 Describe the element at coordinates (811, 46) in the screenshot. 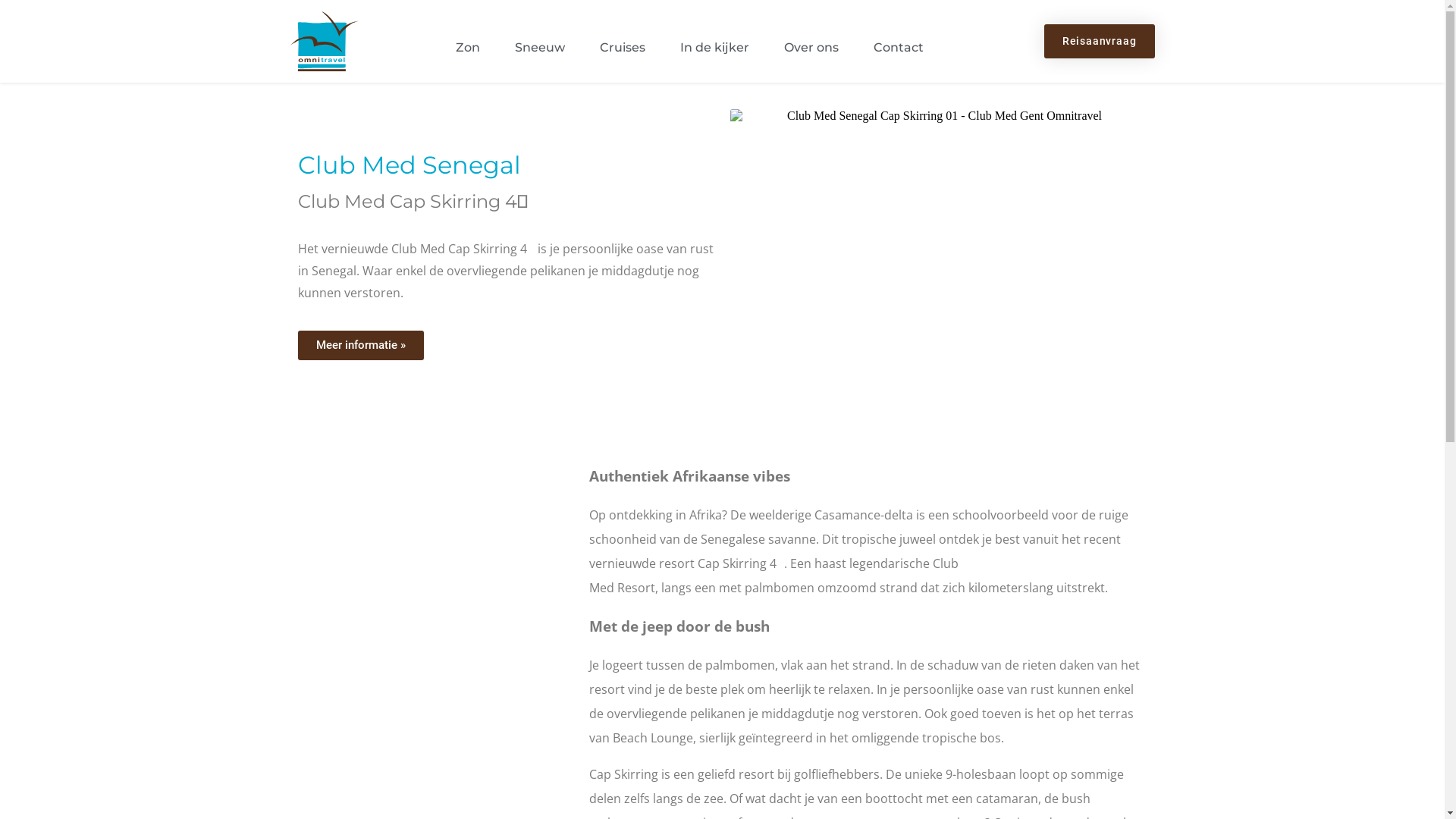

I see `'Over ons'` at that location.